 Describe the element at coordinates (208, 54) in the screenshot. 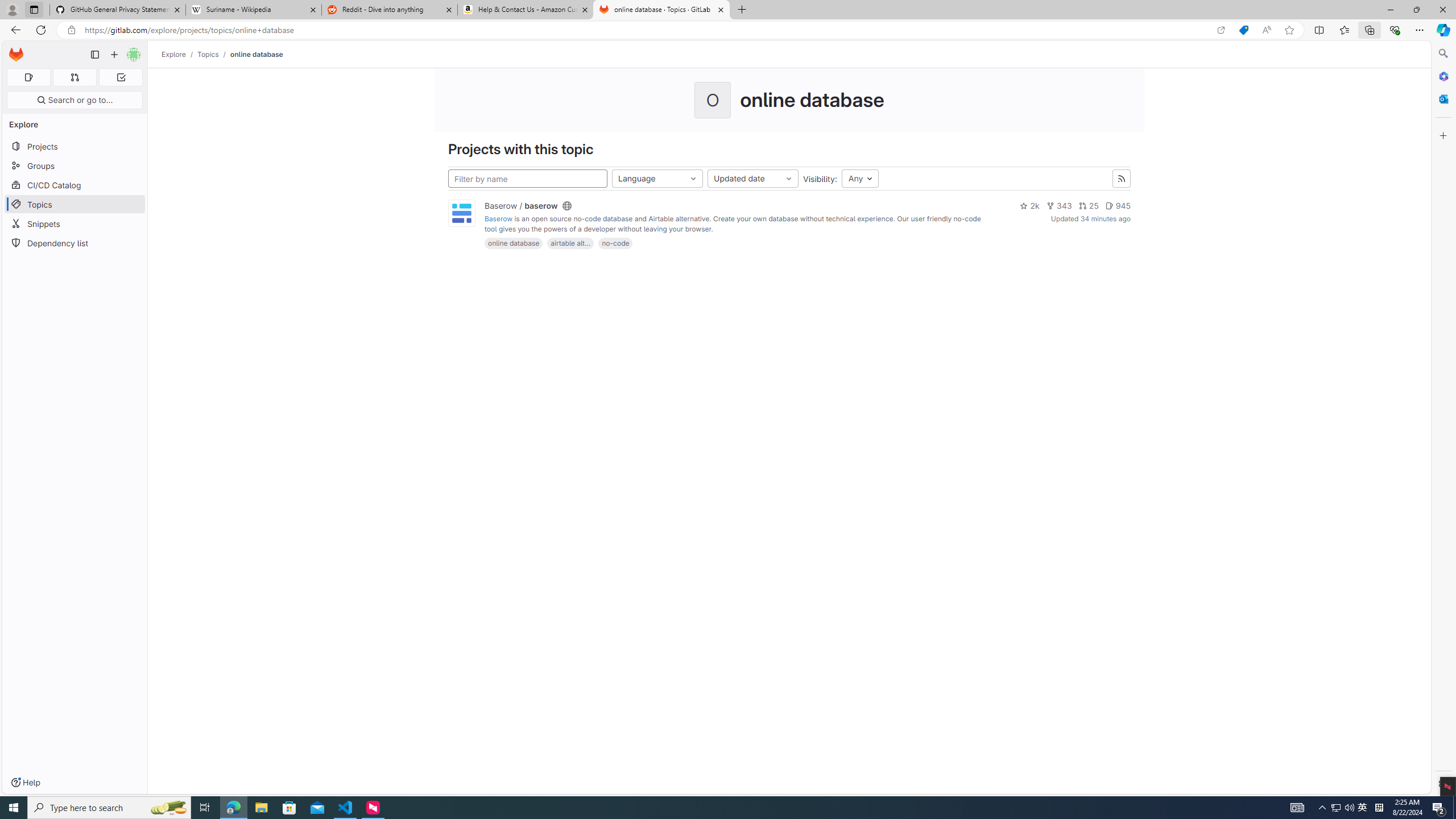

I see `'Topics'` at that location.